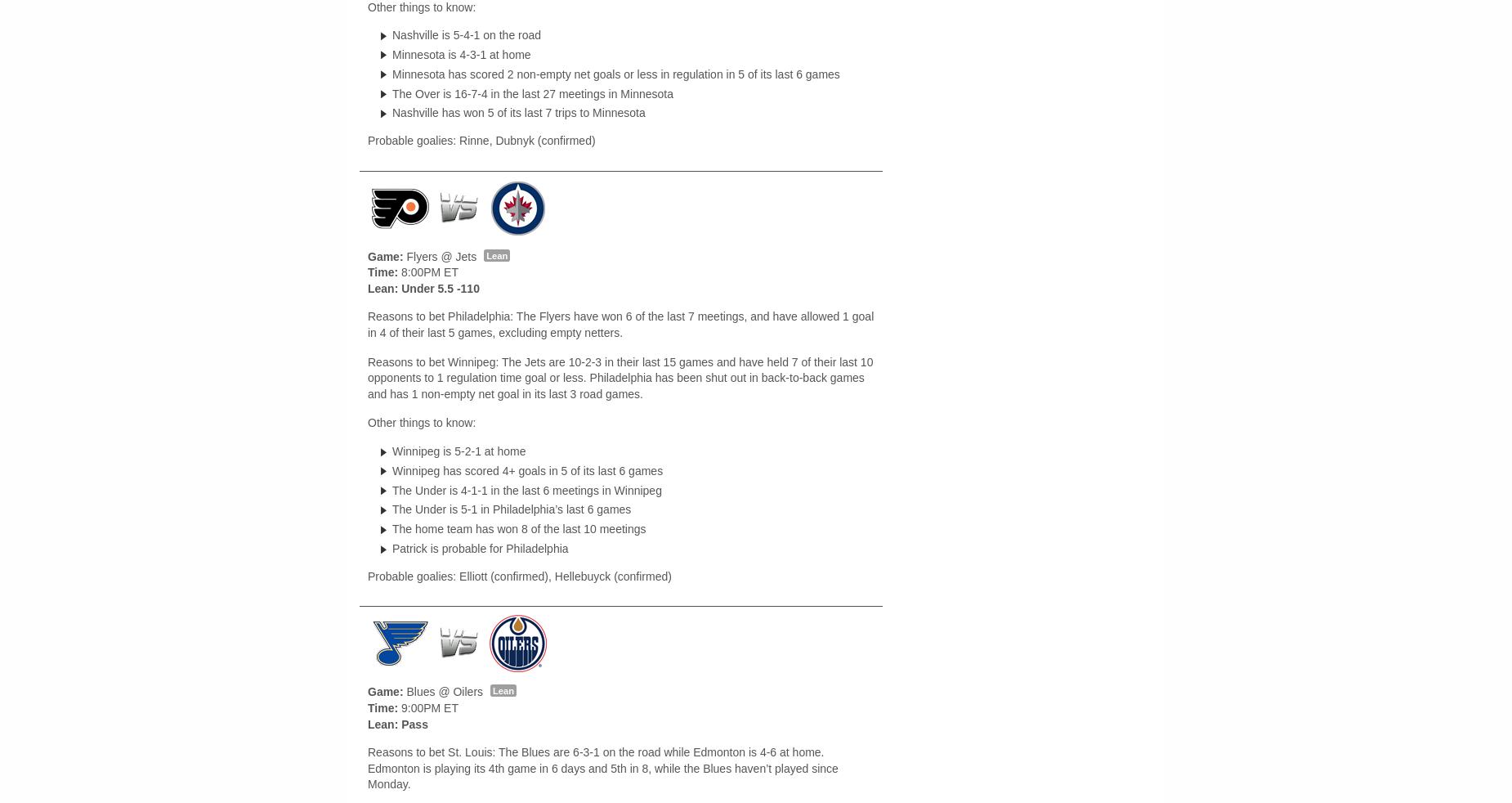 This screenshot has width=1512, height=803. Describe the element at coordinates (620, 325) in the screenshot. I see `'Reasons to bet Philadelphia: The Flyers have won 6 of the last 7 meetings, and have allowed 1 goal in 4 of their last 5 games, excluding empty netters.'` at that location.